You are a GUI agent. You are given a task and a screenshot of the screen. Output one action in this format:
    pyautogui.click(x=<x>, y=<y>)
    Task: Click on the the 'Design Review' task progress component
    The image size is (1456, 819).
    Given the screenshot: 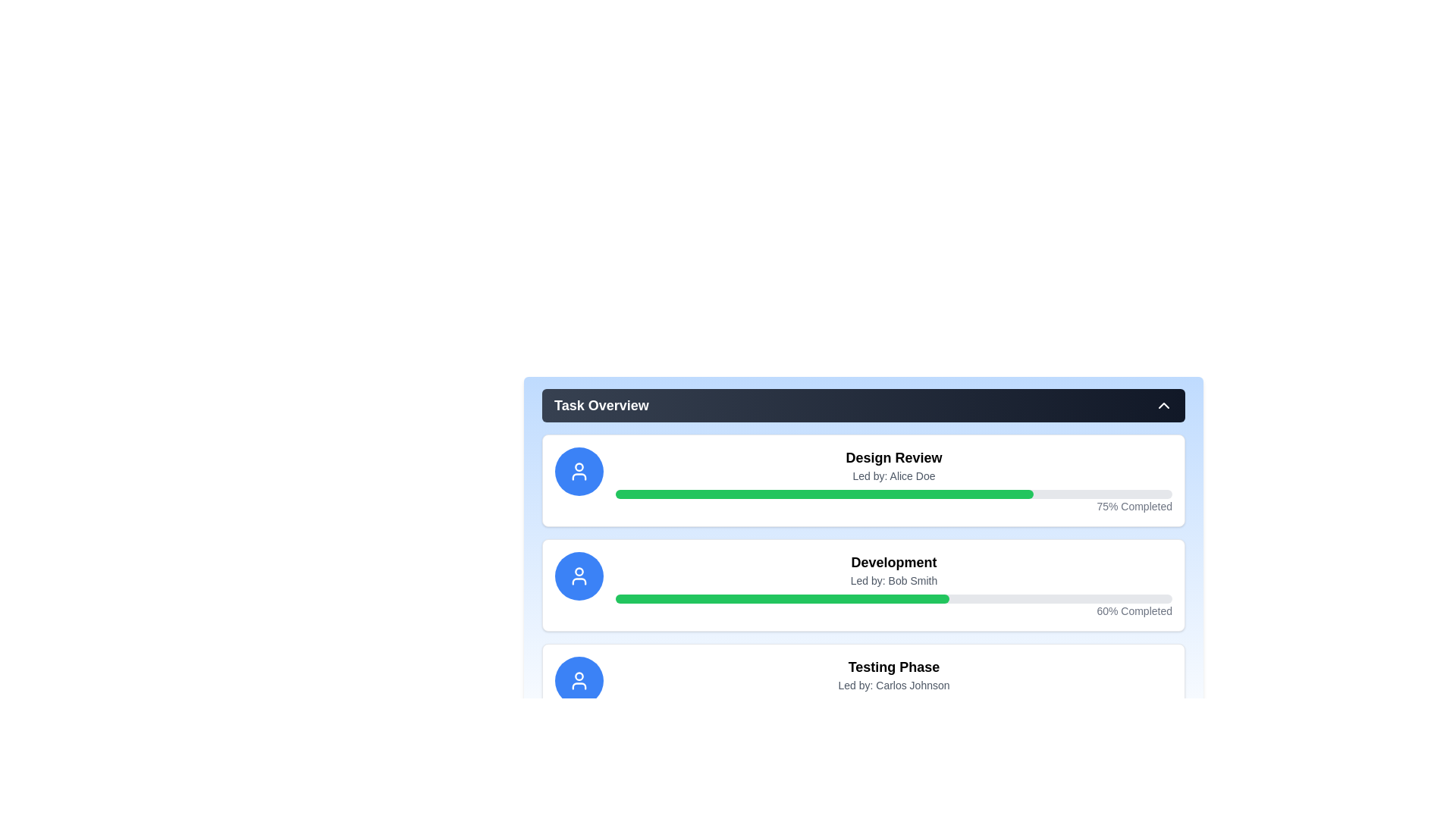 What is the action you would take?
    pyautogui.click(x=894, y=480)
    